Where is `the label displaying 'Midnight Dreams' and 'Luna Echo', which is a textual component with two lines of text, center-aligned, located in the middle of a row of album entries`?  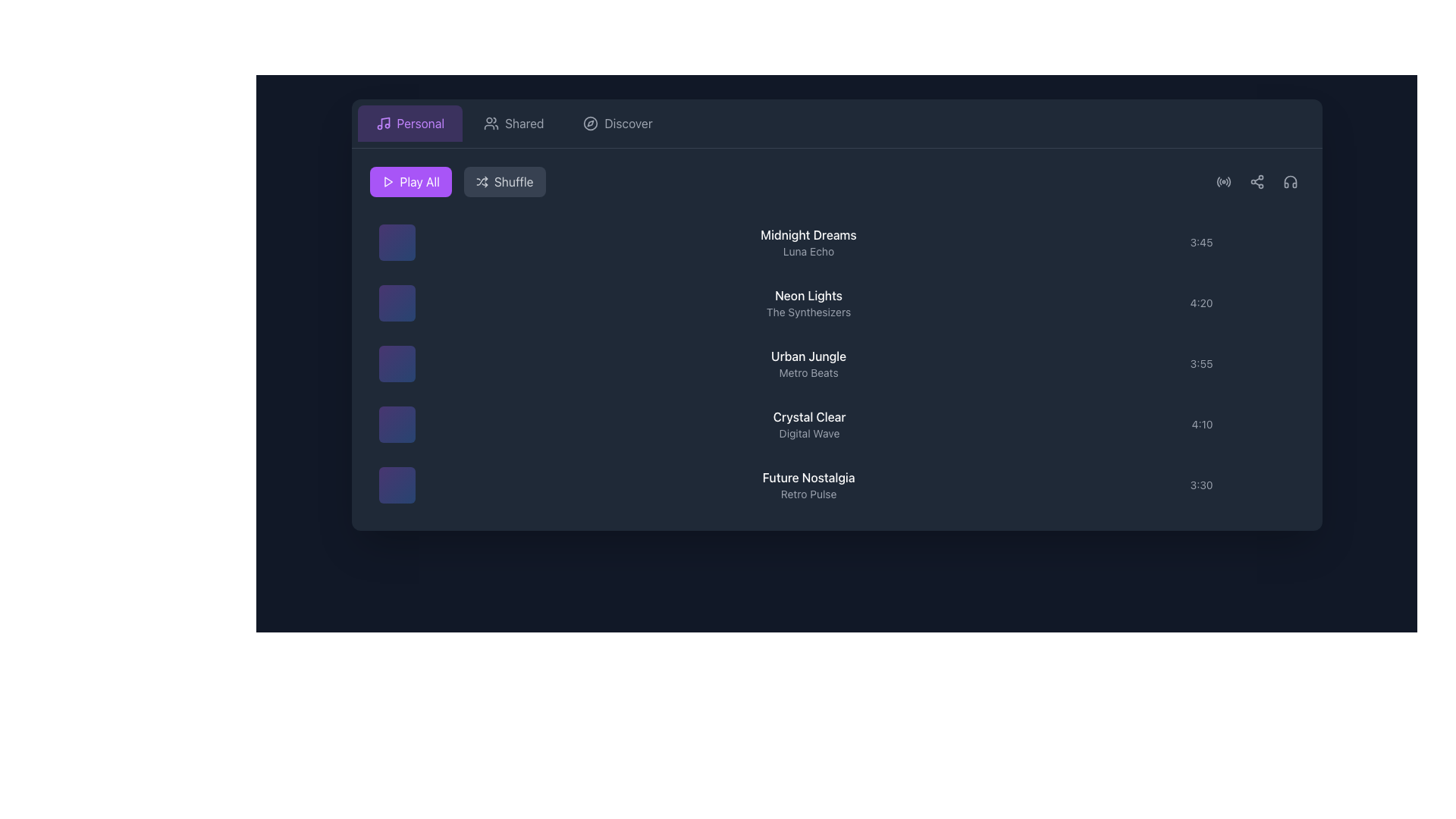
the label displaying 'Midnight Dreams' and 'Luna Echo', which is a textual component with two lines of text, center-aligned, located in the middle of a row of album entries is located at coordinates (808, 242).